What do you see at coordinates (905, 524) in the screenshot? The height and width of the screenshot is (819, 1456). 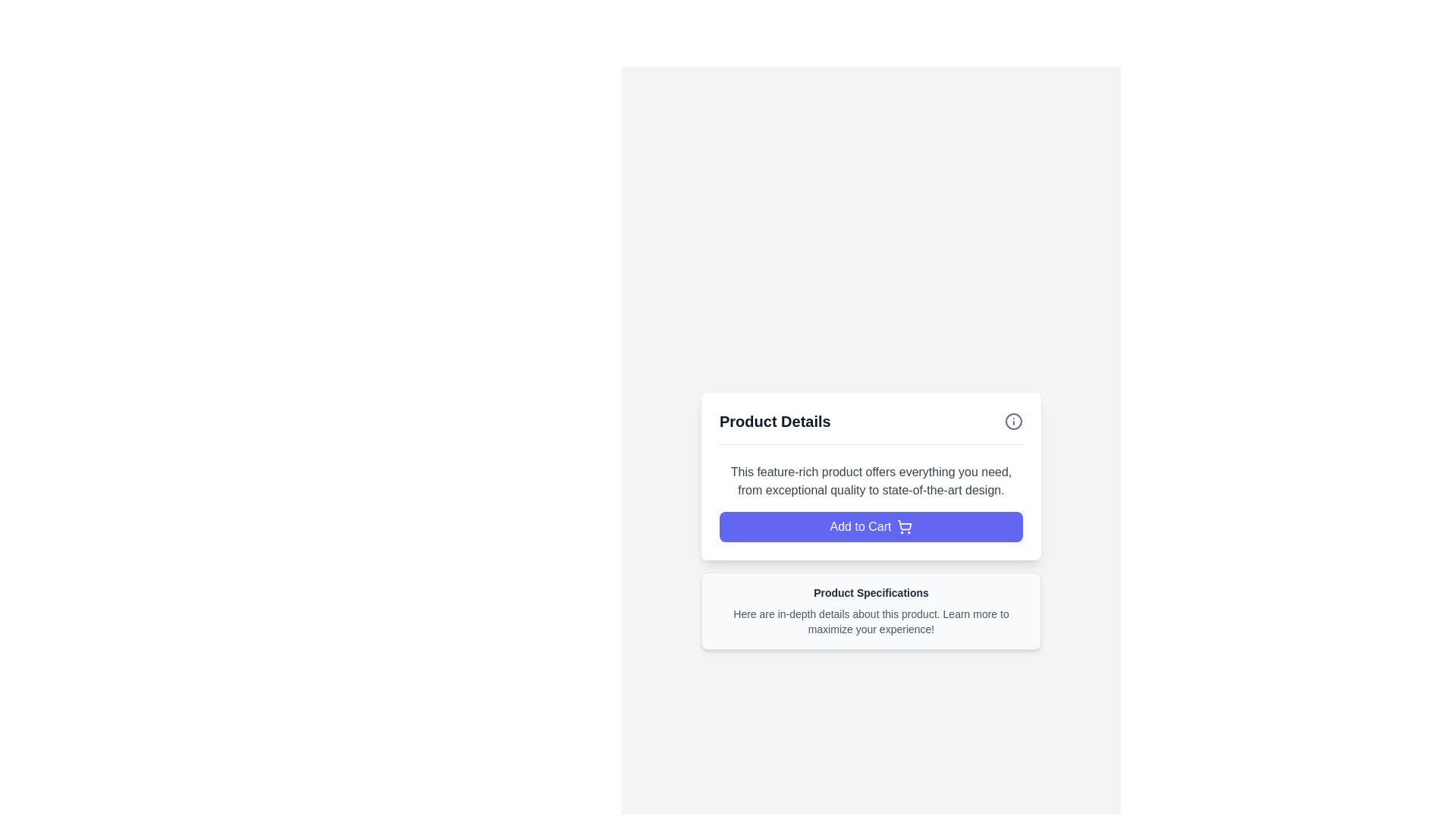 I see `shopping cart icon which is part of the 'Add to Cart' button, located slightly to the right of the button's text` at bounding box center [905, 524].